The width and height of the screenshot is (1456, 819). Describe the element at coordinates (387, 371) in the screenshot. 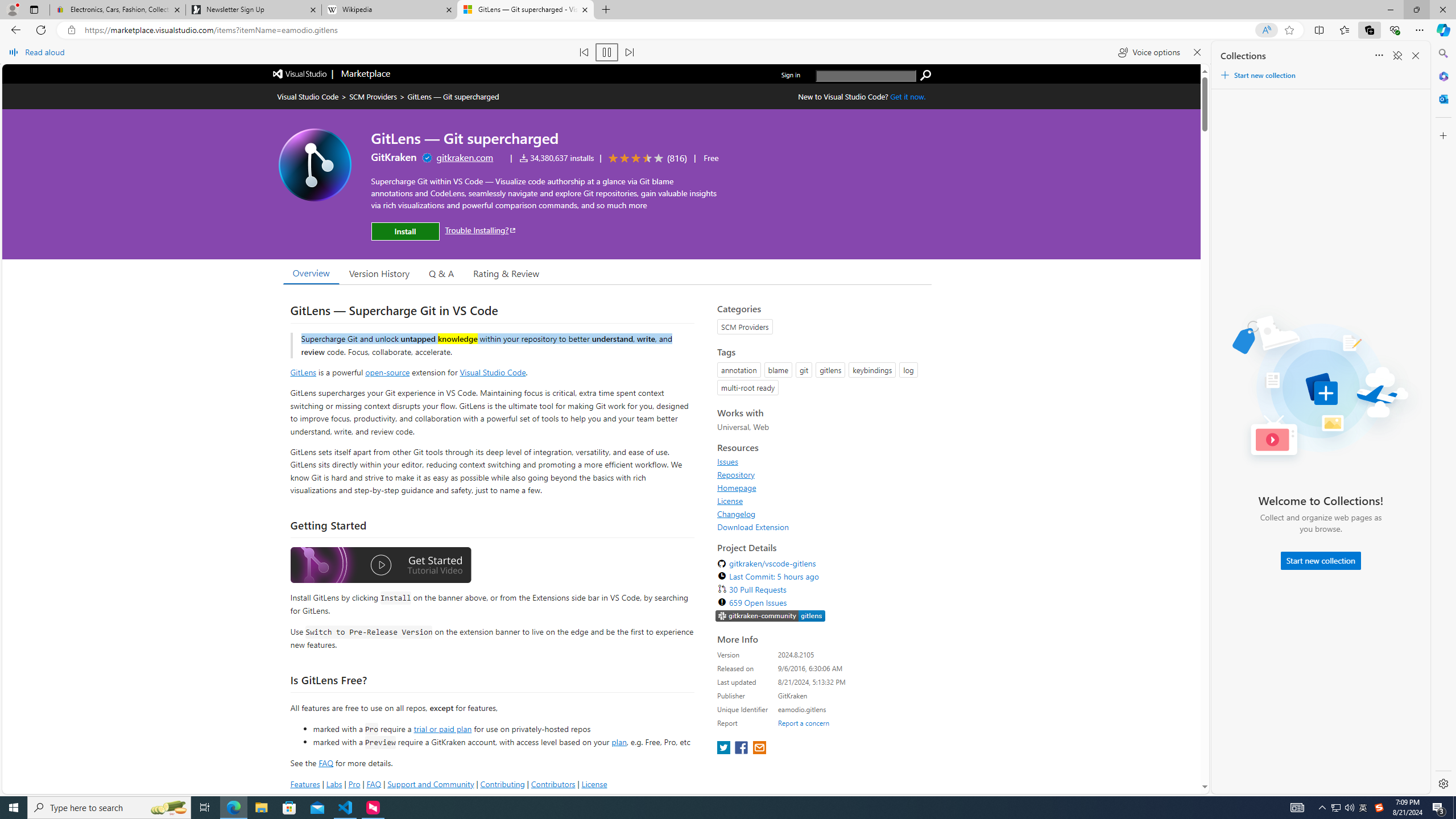

I see `'open-source'` at that location.